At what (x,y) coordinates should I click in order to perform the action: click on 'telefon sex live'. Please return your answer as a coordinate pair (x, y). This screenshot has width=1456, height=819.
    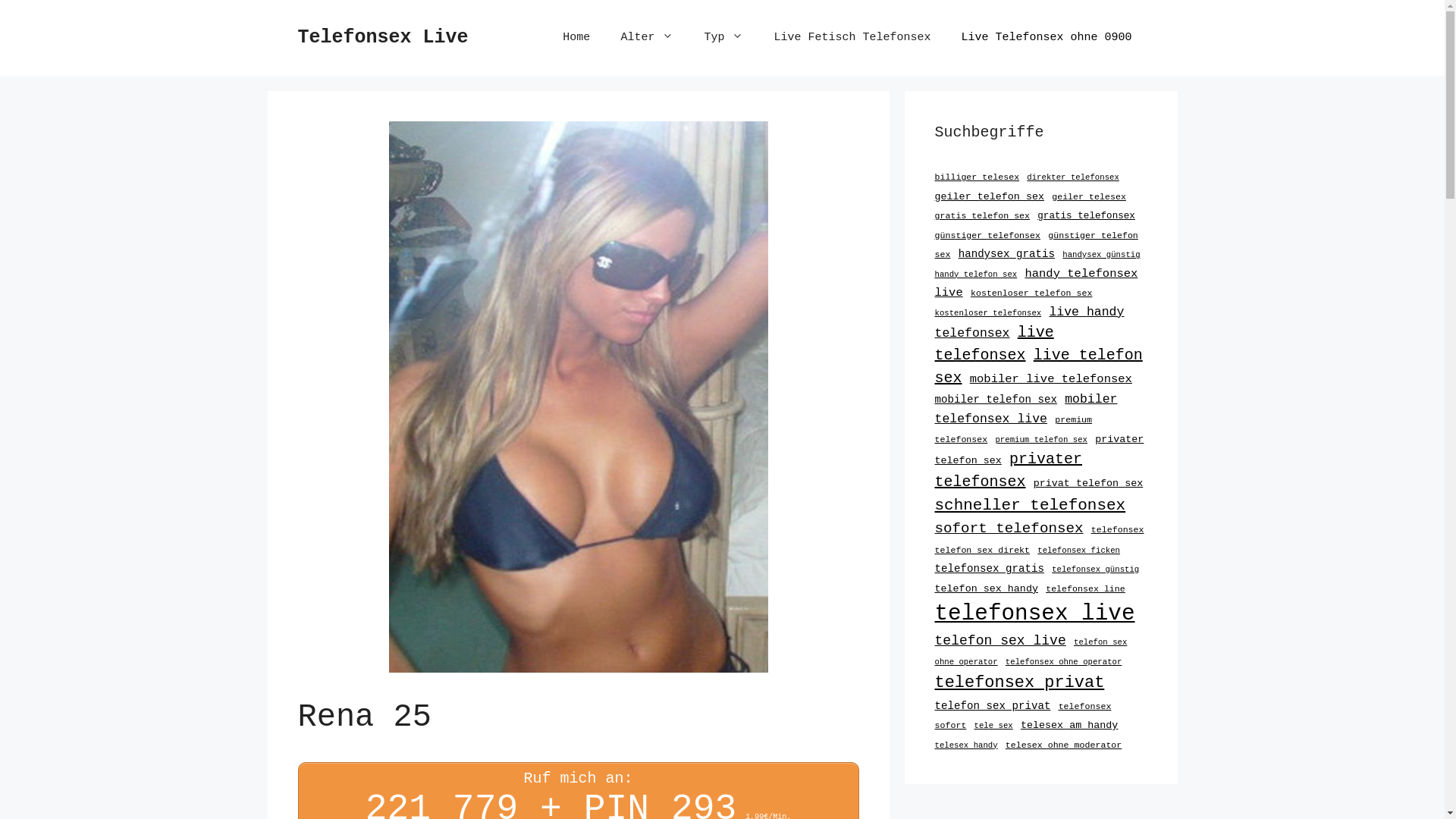
    Looking at the image, I should click on (999, 640).